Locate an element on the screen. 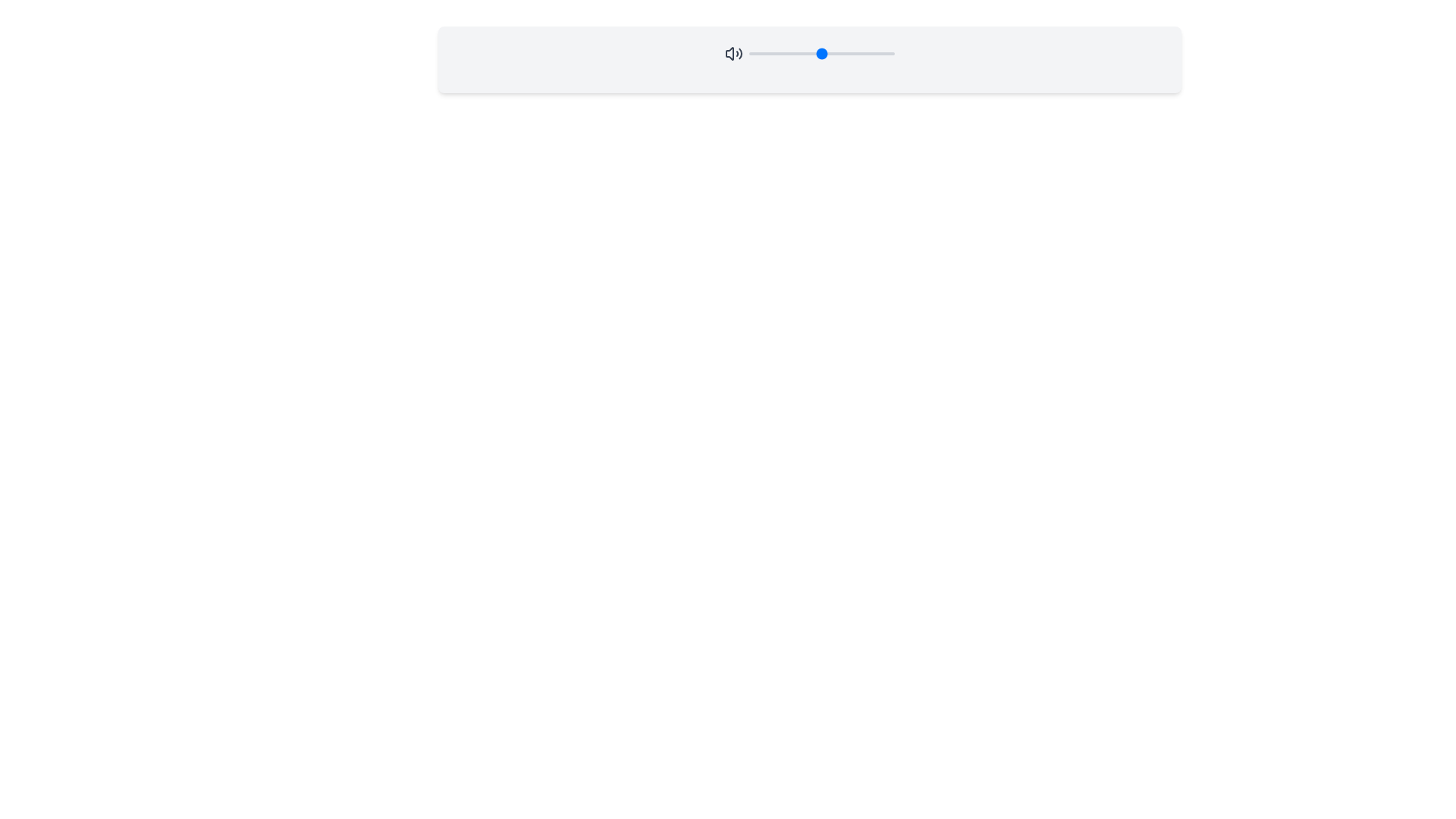  the slider is located at coordinates (884, 52).